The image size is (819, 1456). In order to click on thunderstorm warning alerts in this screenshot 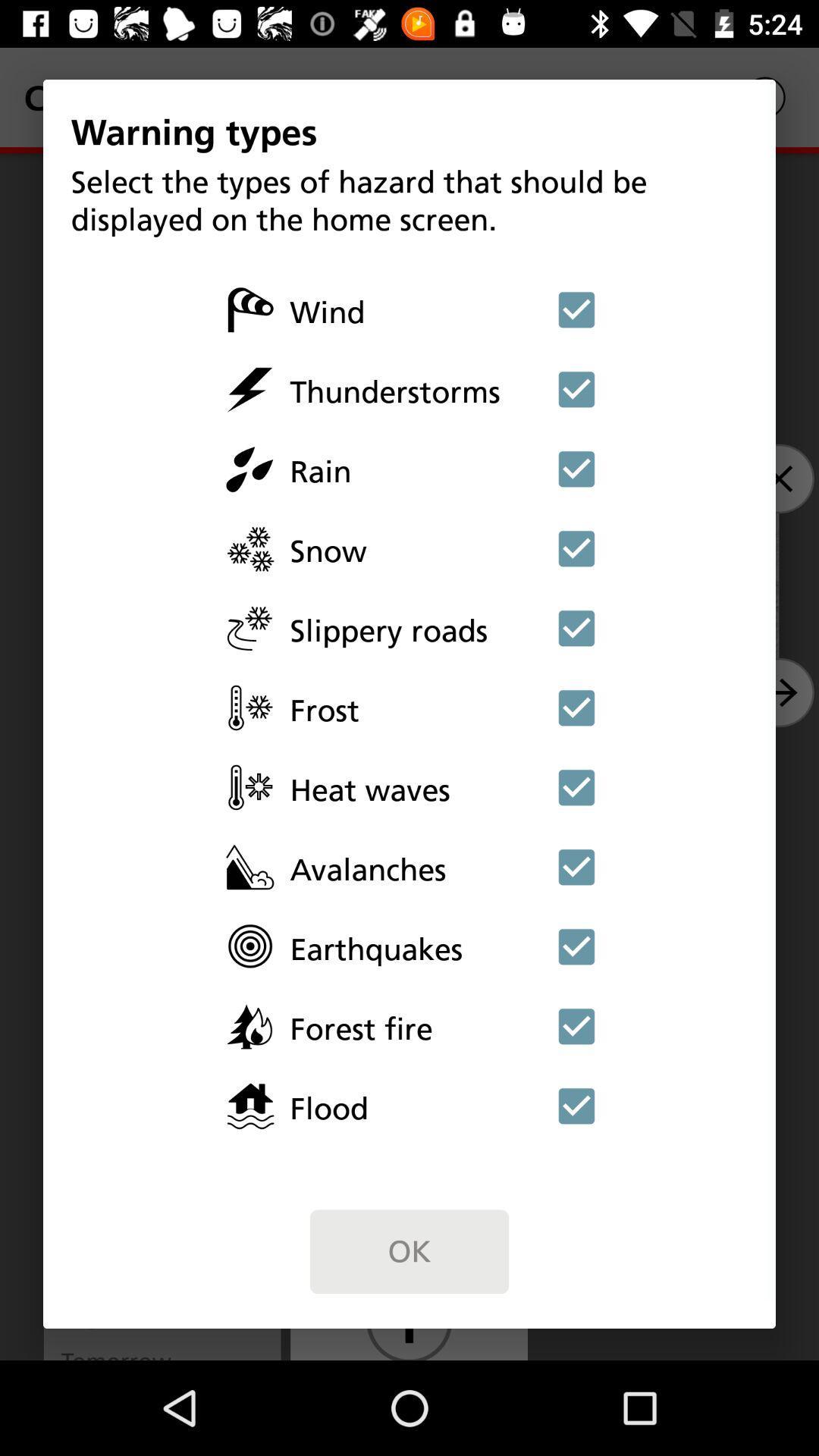, I will do `click(576, 389)`.